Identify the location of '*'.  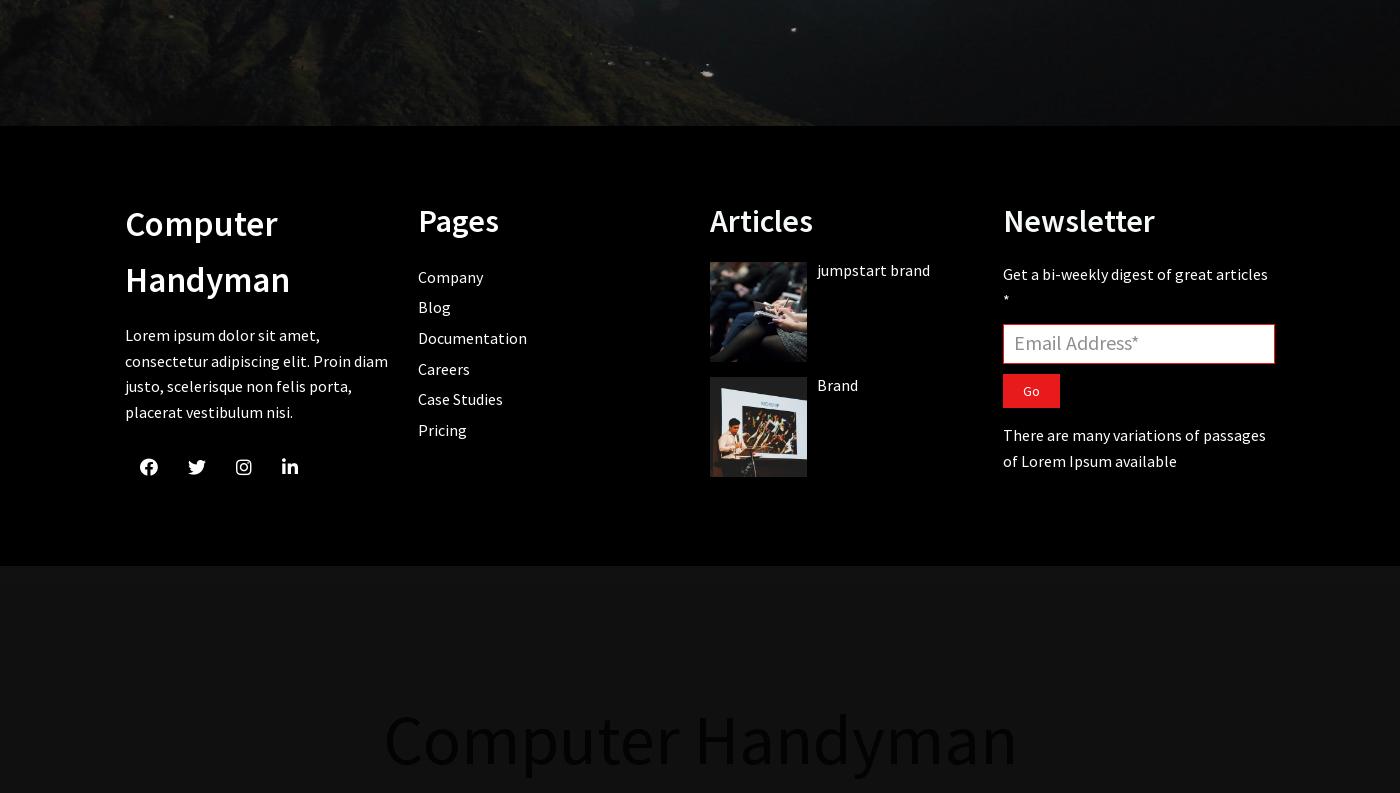
(1005, 297).